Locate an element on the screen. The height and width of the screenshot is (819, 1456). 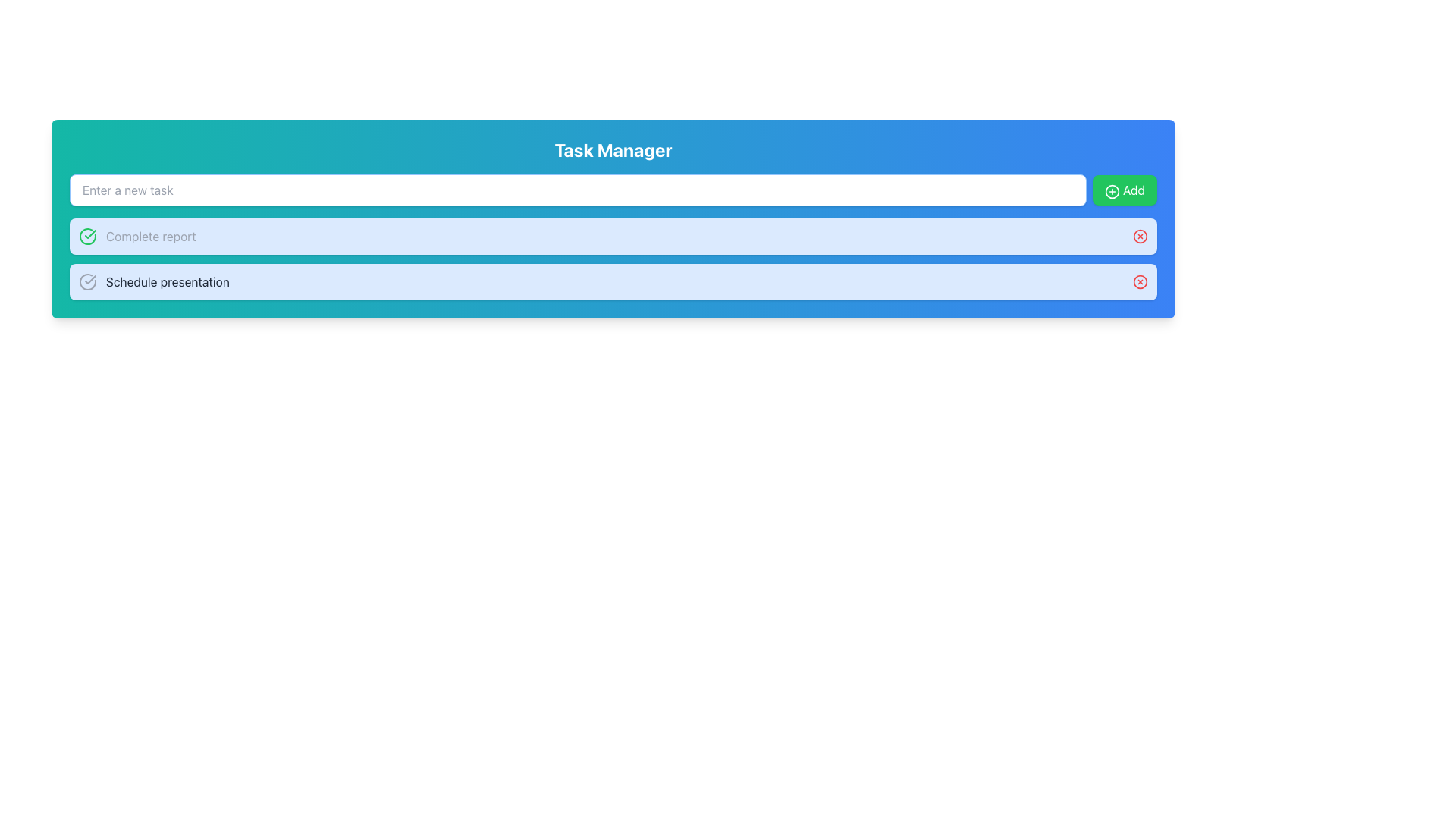
the text label displaying the title of the completed task 'Complete report' which has a strikethrough style and is located above the 'Schedule presentation' task is located at coordinates (151, 237).